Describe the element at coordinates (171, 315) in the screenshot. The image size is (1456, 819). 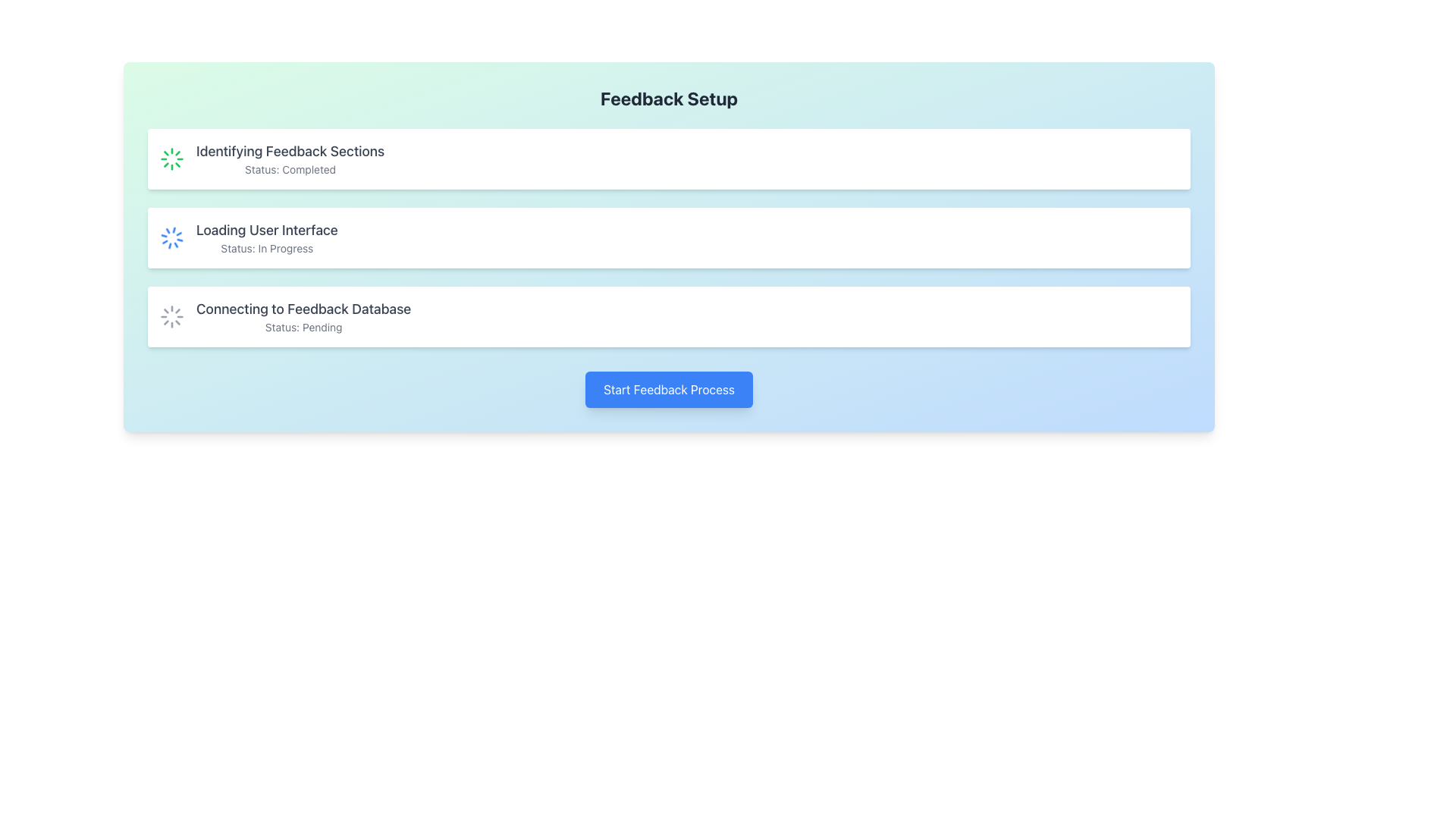
I see `the Spinner icon that indicates a loading state, located to the left of the text 'Connecting to Feedback Database.'` at that location.